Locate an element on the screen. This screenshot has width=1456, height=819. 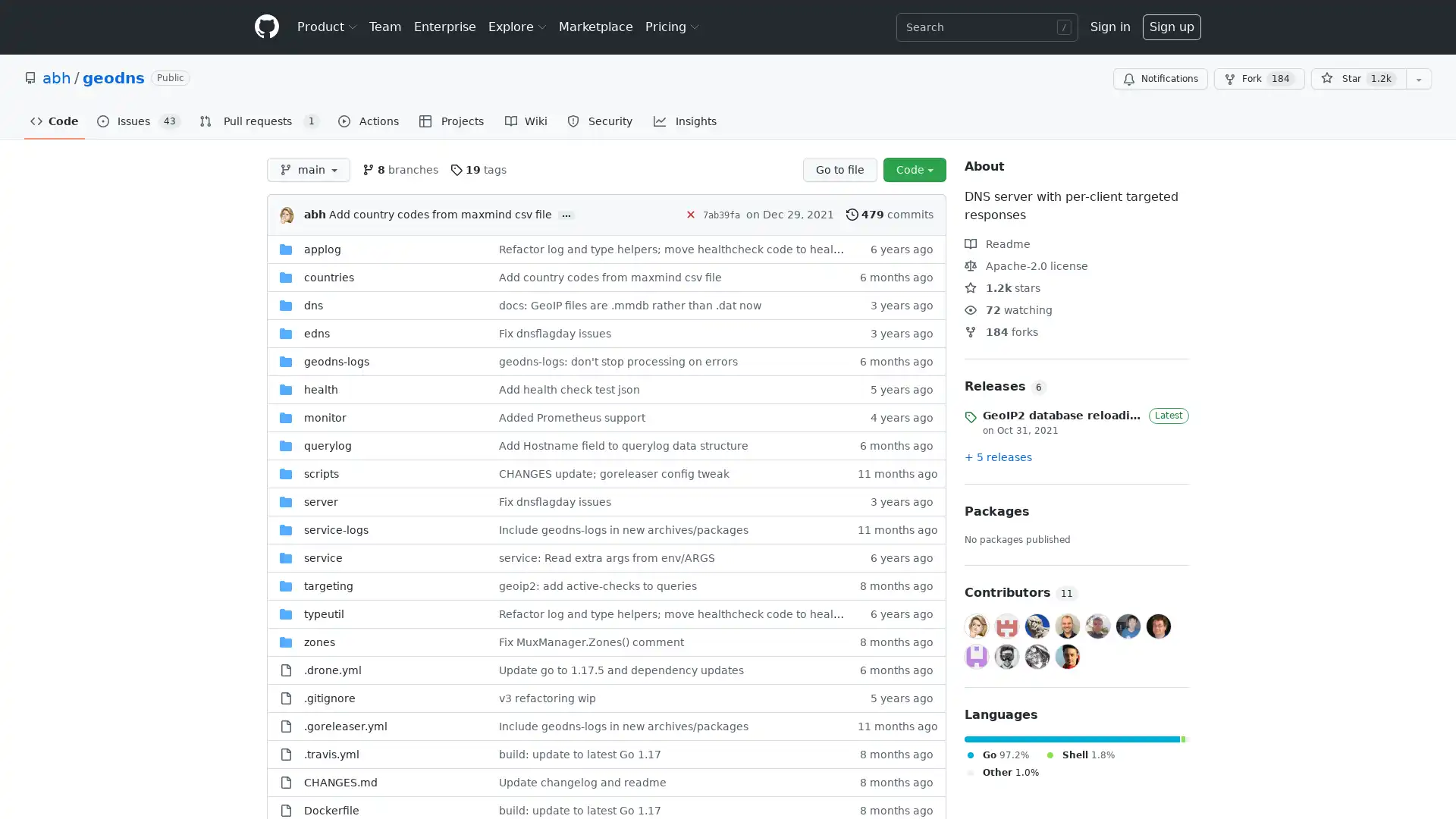
You must be signed in to add this repository to a list is located at coordinates (1418, 79).